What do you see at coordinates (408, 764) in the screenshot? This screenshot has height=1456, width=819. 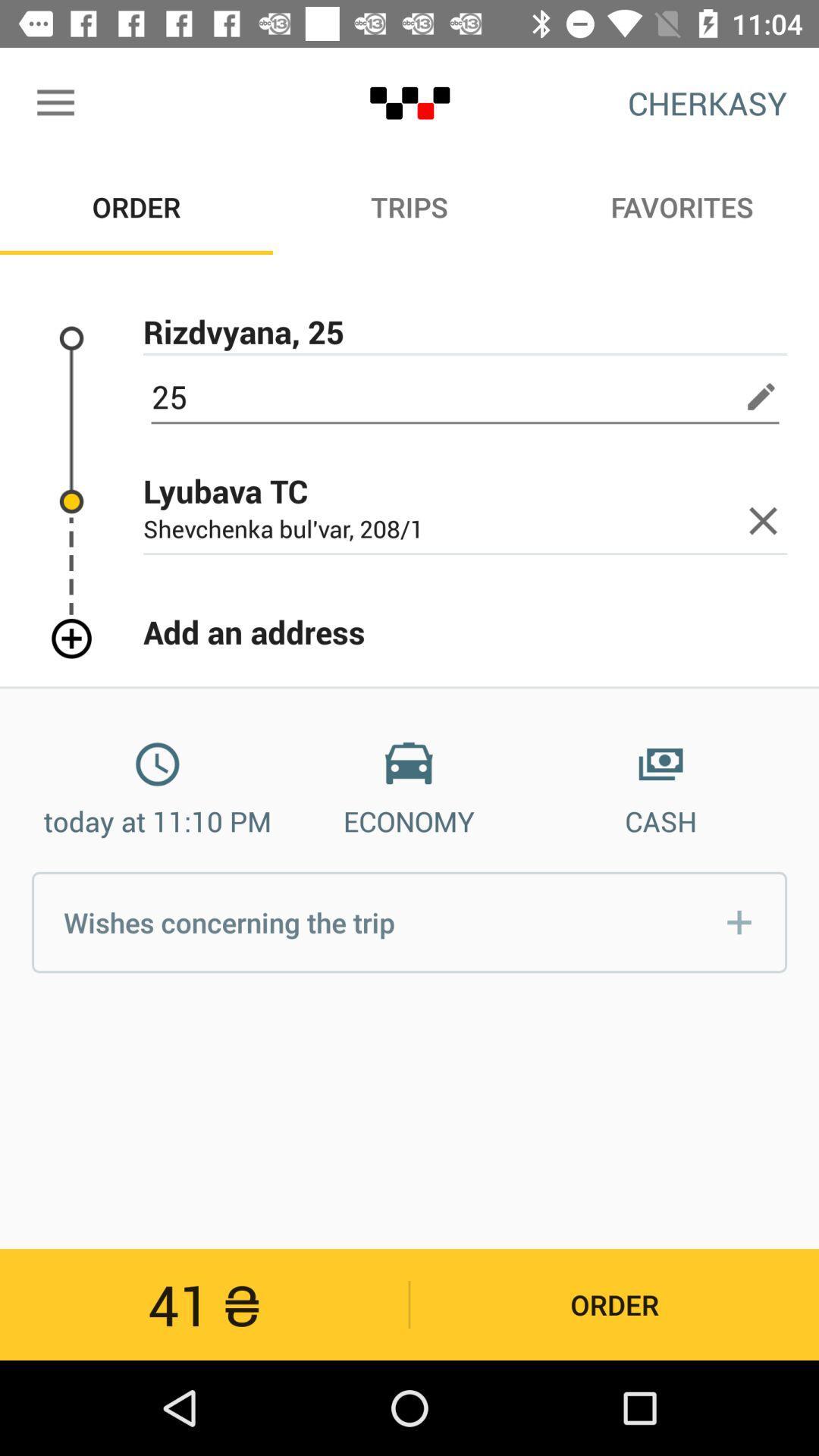 I see `the economy icon` at bounding box center [408, 764].